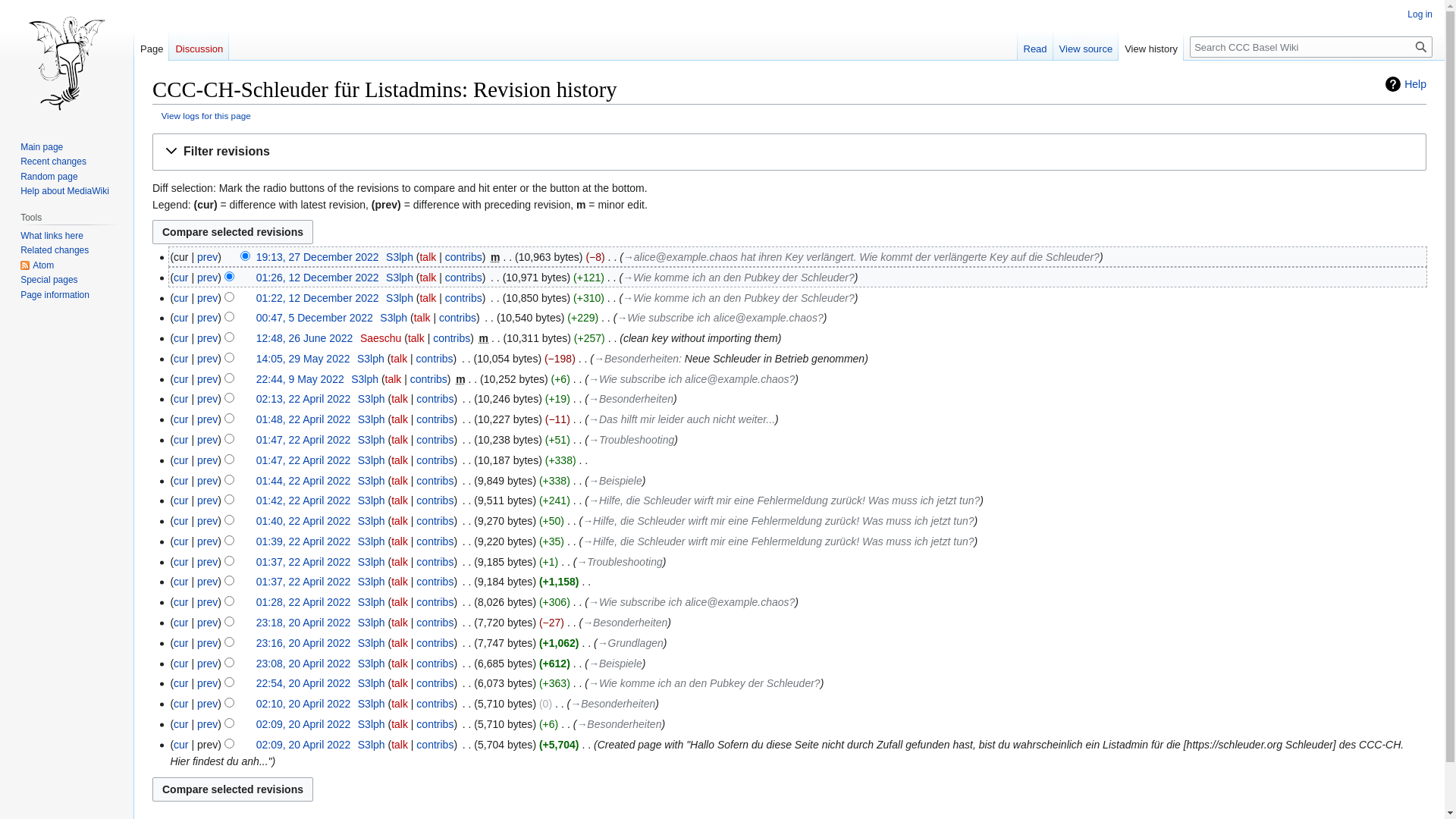 This screenshot has width=1456, height=819. What do you see at coordinates (36, 265) in the screenshot?
I see `'Atom'` at bounding box center [36, 265].